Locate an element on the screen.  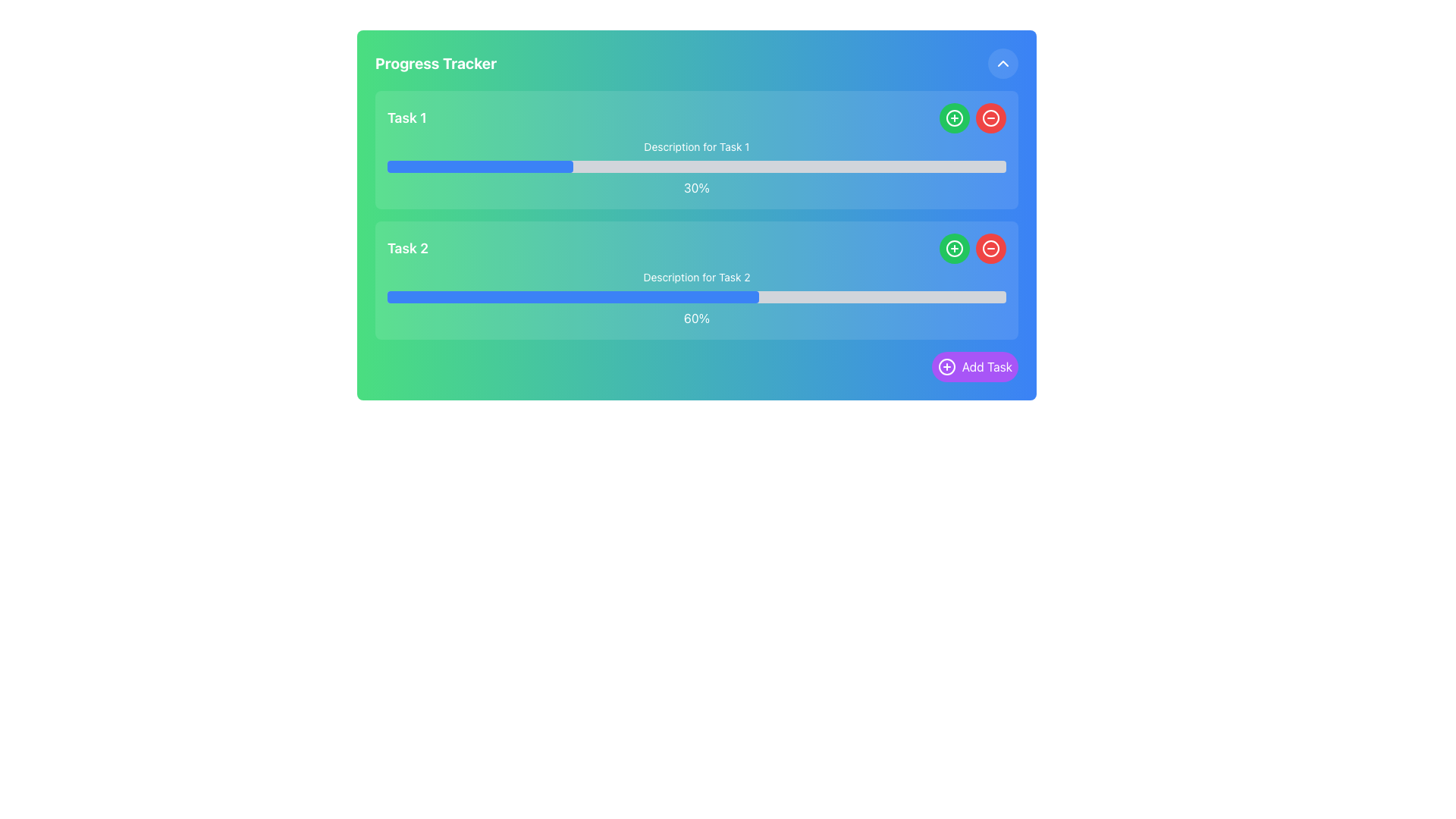
the green circular button located at the top-right corner of the first task row is located at coordinates (953, 117).